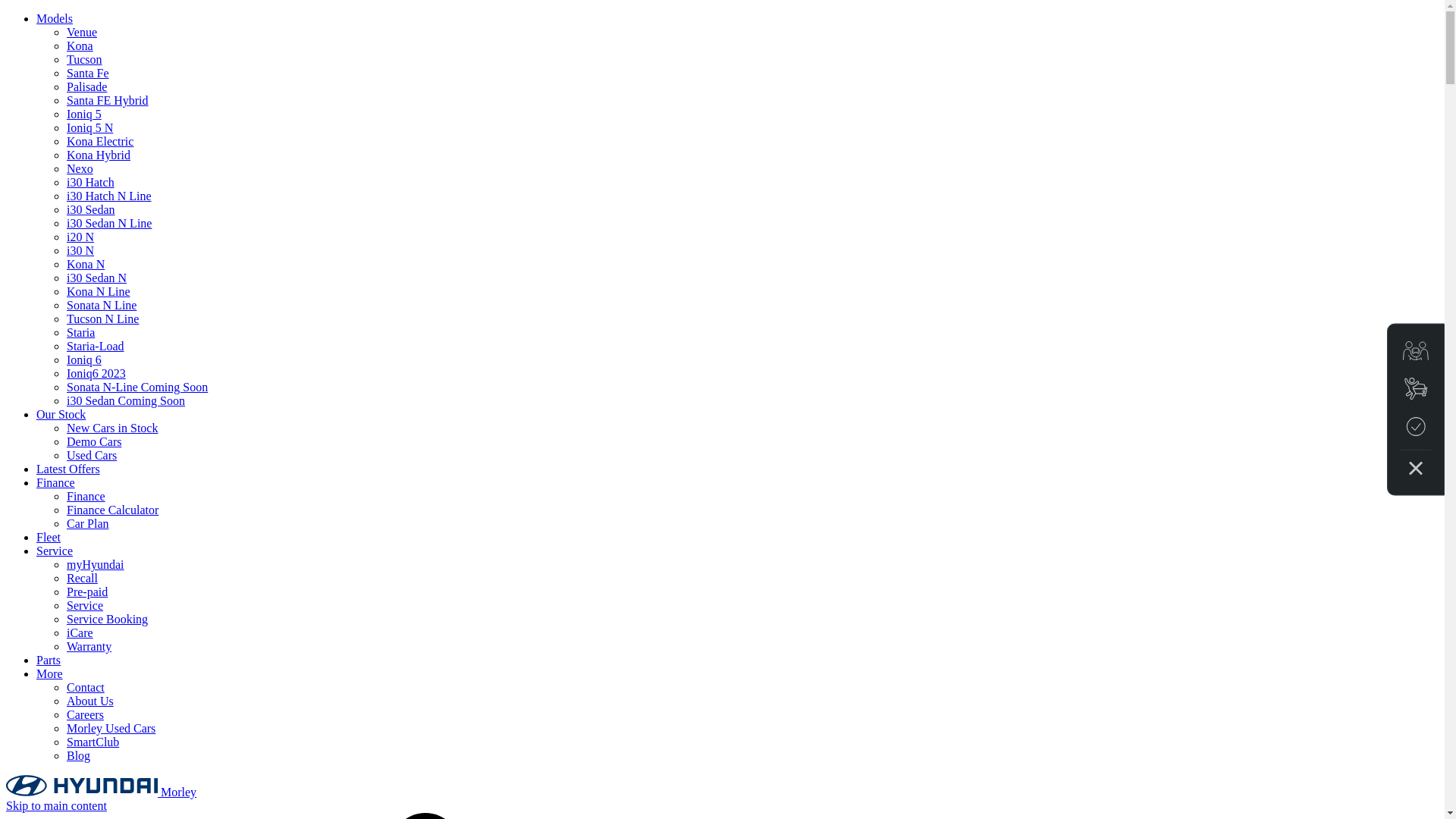 The image size is (1456, 819). What do you see at coordinates (65, 522) in the screenshot?
I see `'Car Plan'` at bounding box center [65, 522].